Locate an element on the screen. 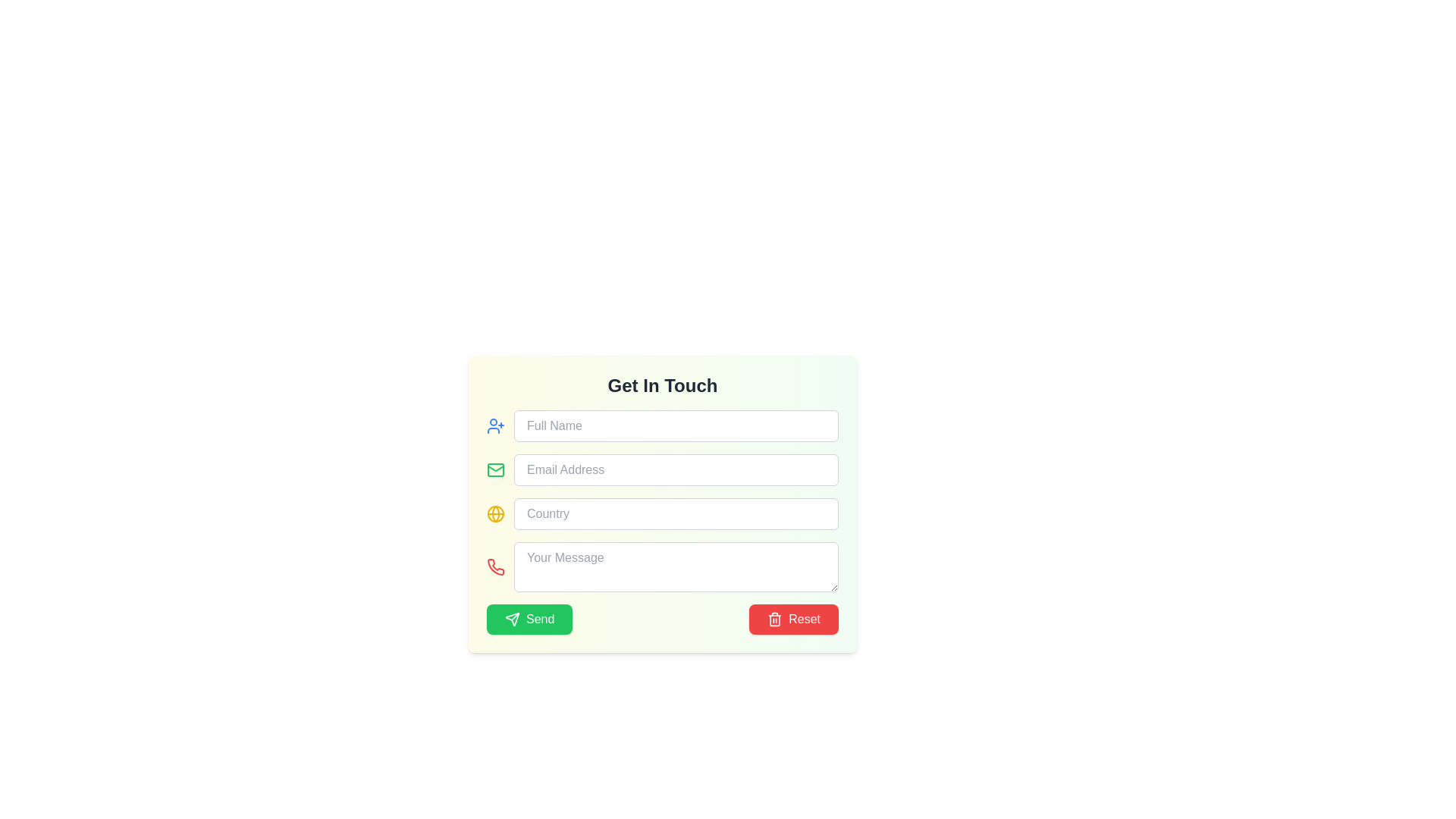 Image resolution: width=1456 pixels, height=819 pixels. the header text element that indicates the purpose of the contact form, which is positioned at the top of the vertically aligned form interface is located at coordinates (662, 385).